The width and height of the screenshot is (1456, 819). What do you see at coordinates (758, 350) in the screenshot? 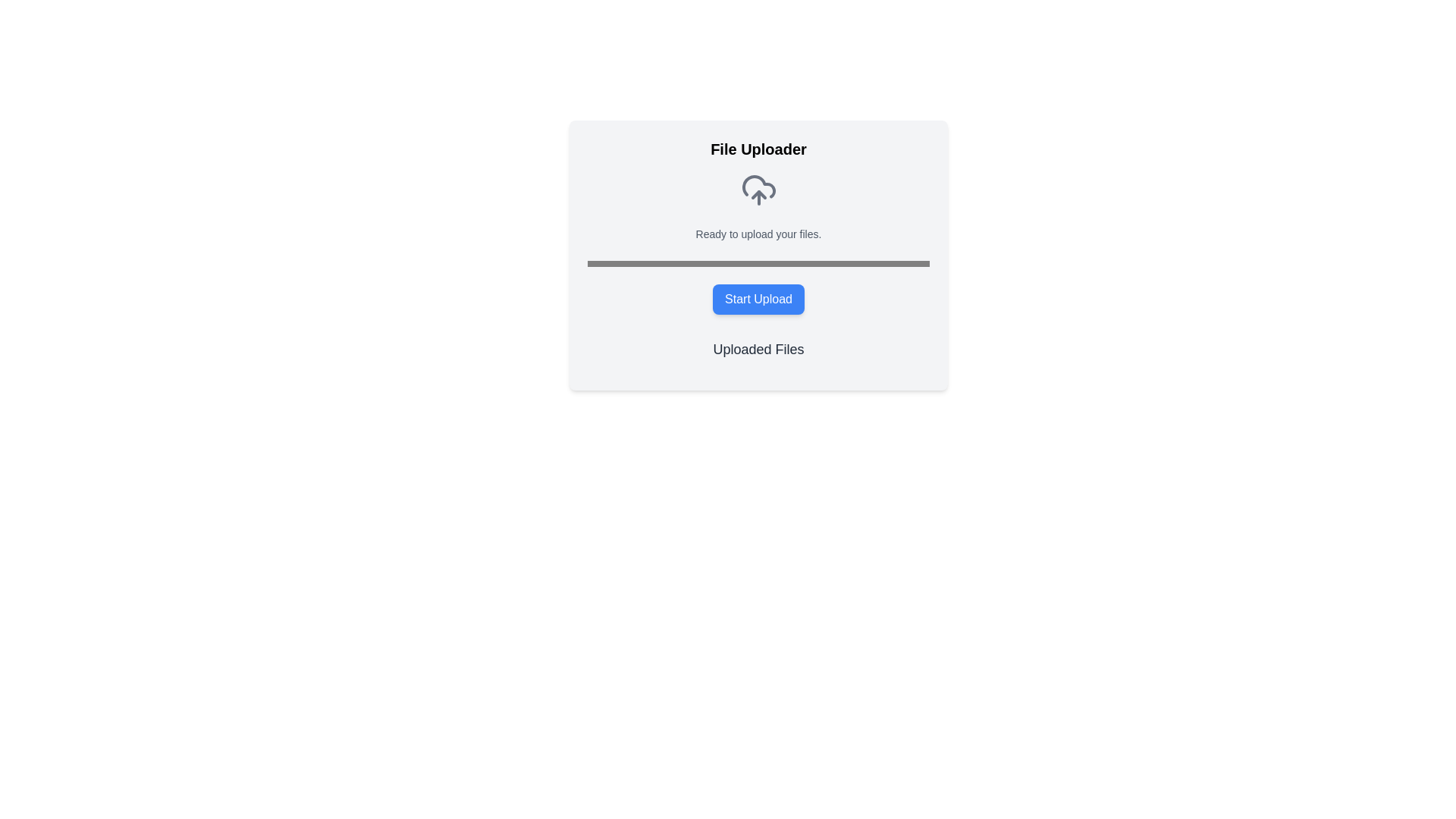
I see `the Text Label that serves as a section header for uploaded files, located below the 'Start Upload' button in the 'File Uploader' panel` at bounding box center [758, 350].